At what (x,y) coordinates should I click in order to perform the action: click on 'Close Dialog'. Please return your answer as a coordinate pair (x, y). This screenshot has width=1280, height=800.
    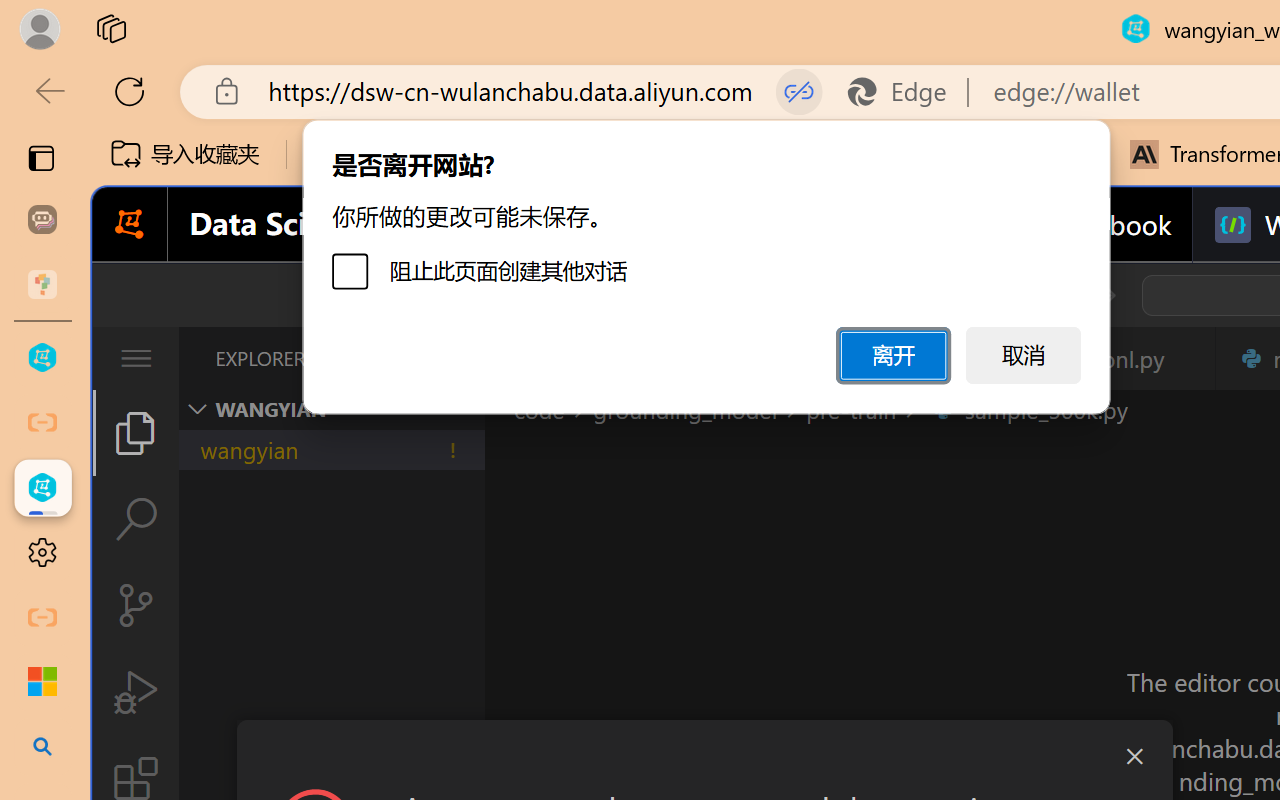
    Looking at the image, I should click on (1134, 756).